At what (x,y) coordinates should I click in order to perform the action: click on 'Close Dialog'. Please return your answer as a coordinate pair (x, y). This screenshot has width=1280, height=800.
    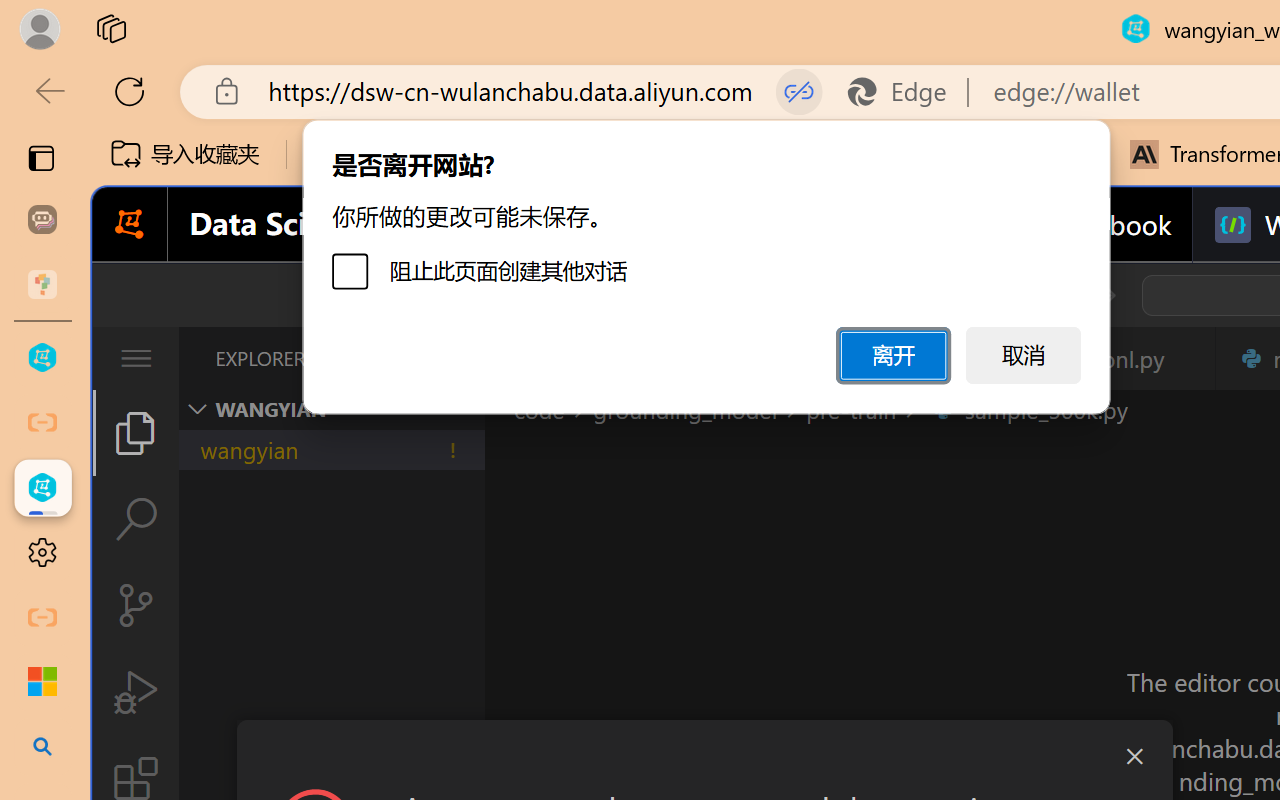
    Looking at the image, I should click on (1134, 756).